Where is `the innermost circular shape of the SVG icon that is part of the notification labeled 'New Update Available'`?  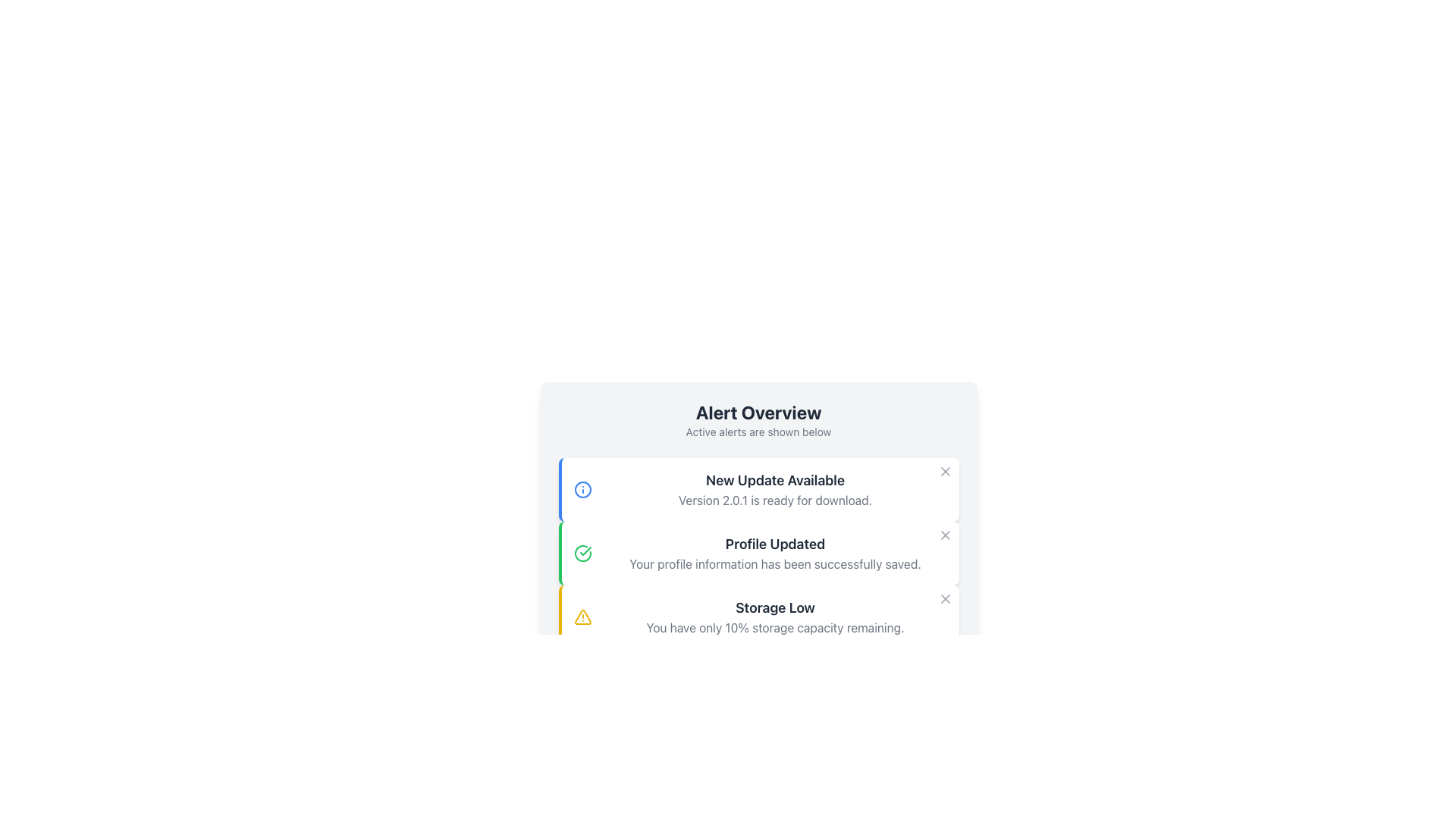
the innermost circular shape of the SVG icon that is part of the notification labeled 'New Update Available' is located at coordinates (582, 489).